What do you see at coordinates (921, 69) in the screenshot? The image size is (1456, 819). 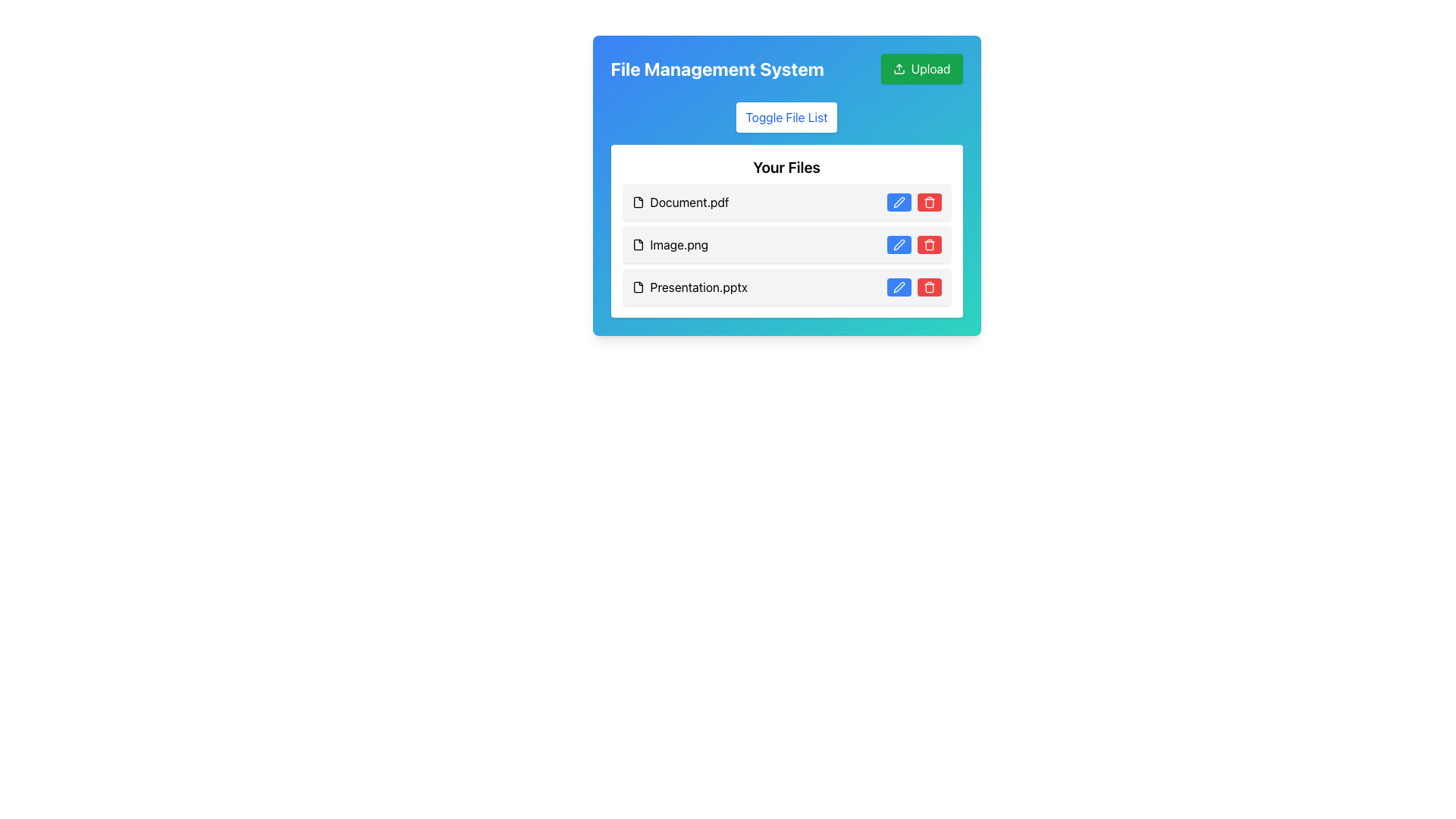 I see `the green 'Upload' button with rounded corners` at bounding box center [921, 69].